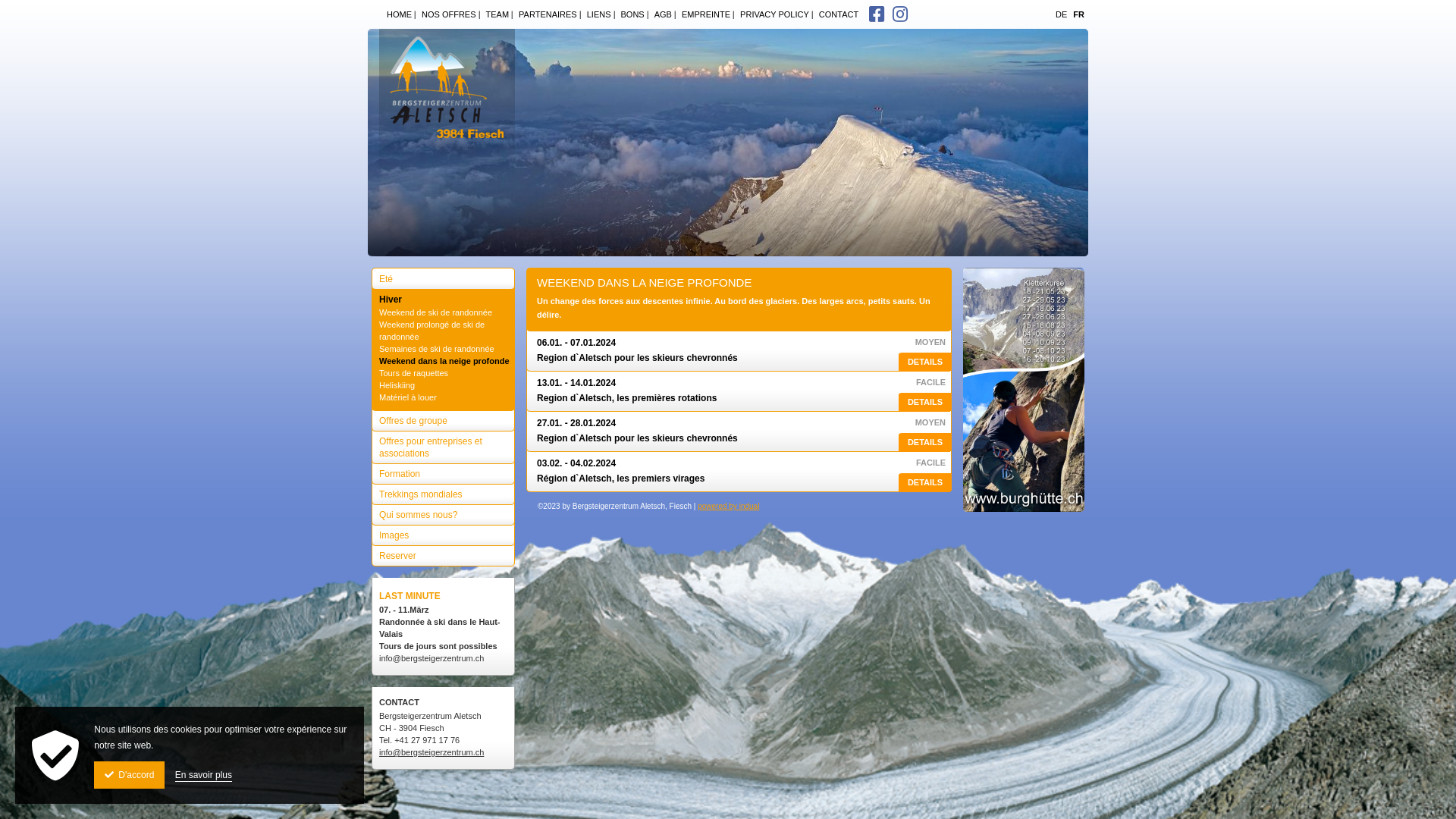 Image resolution: width=1456 pixels, height=819 pixels. I want to click on 'info@bergsteigerzentrum.ch', so click(431, 752).